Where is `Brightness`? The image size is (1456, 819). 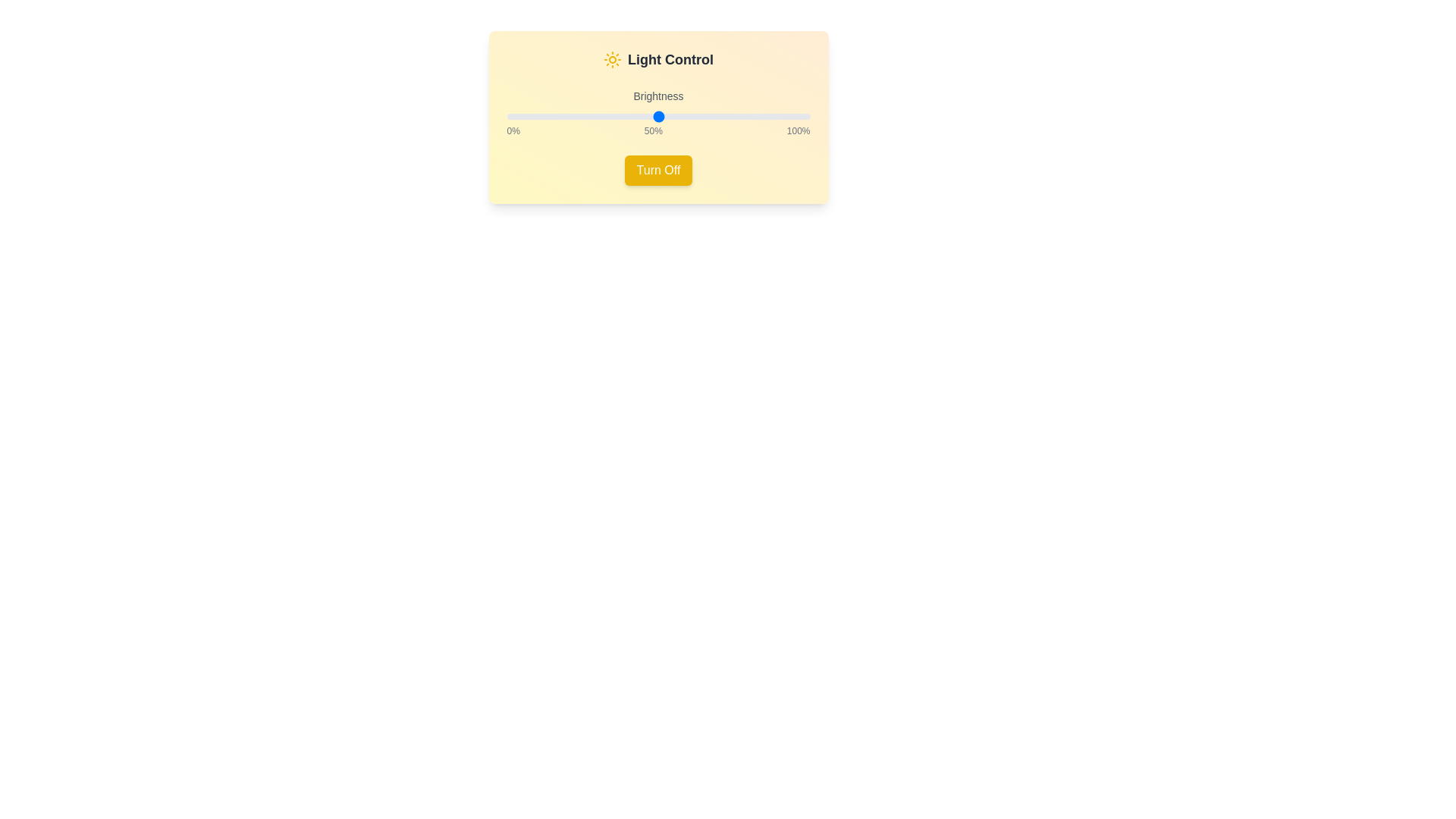 Brightness is located at coordinates (622, 116).